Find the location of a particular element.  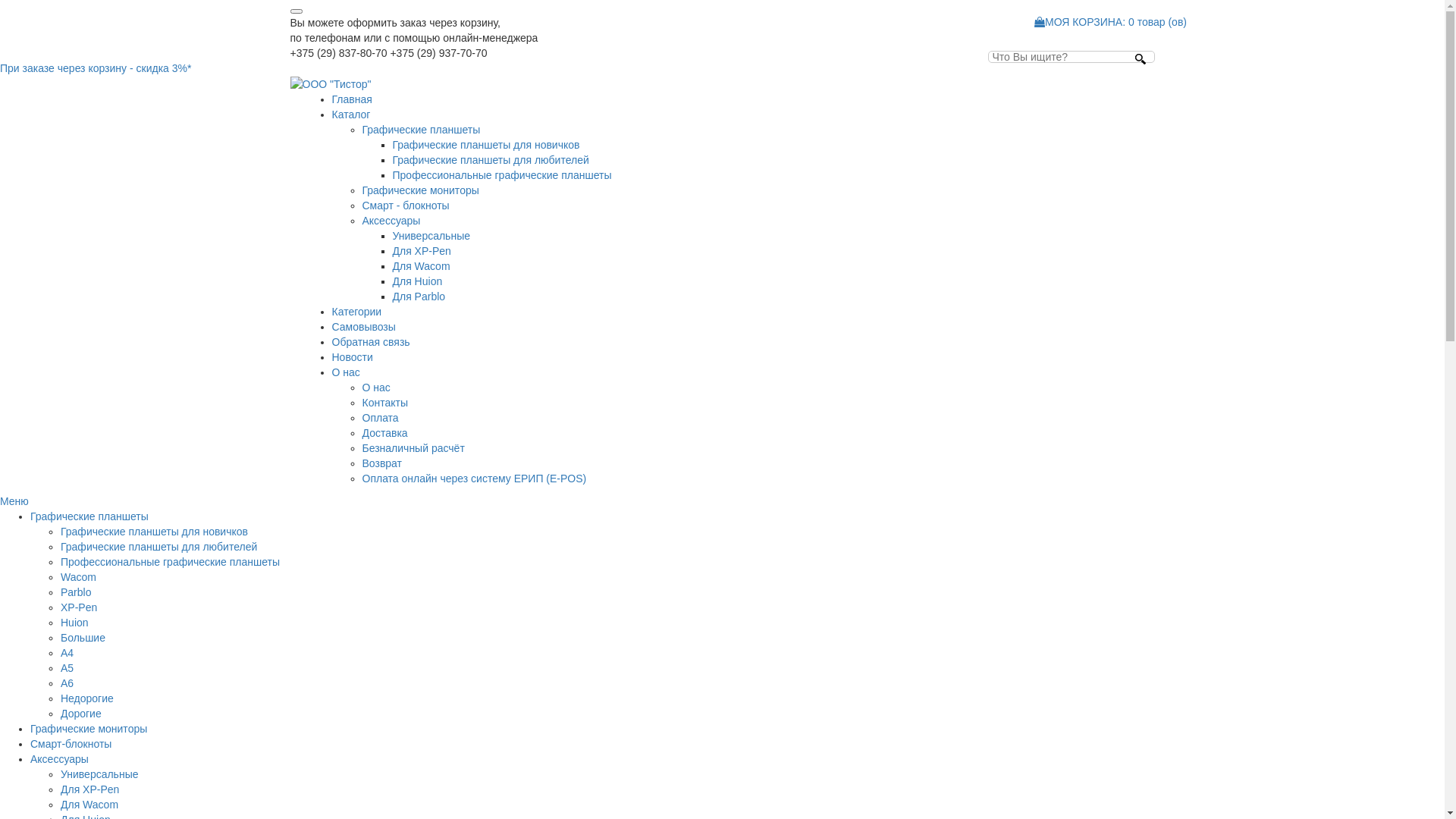

'Wacom' is located at coordinates (77, 576).